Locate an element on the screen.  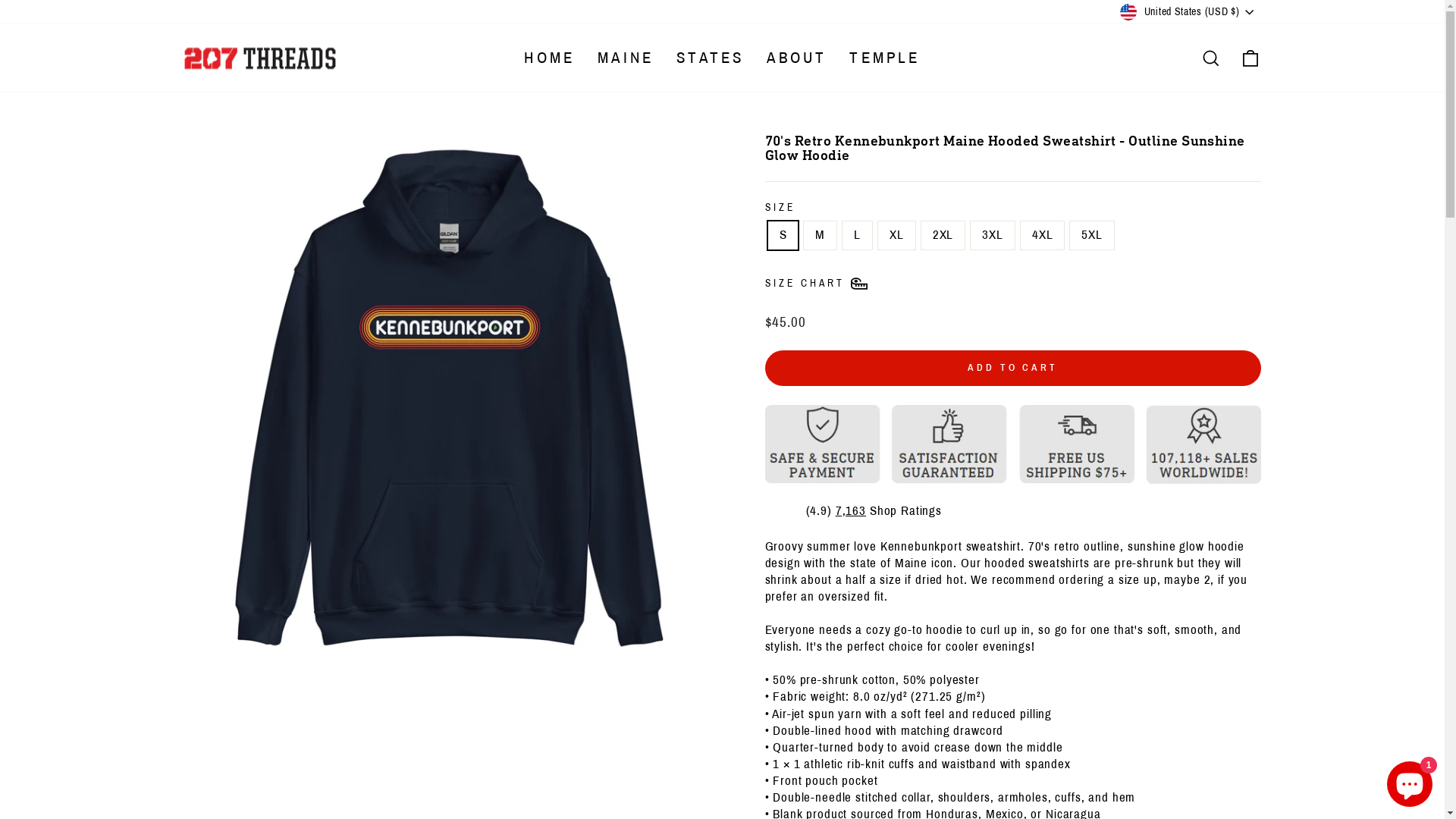
'Shopify online store chat' is located at coordinates (1408, 780).